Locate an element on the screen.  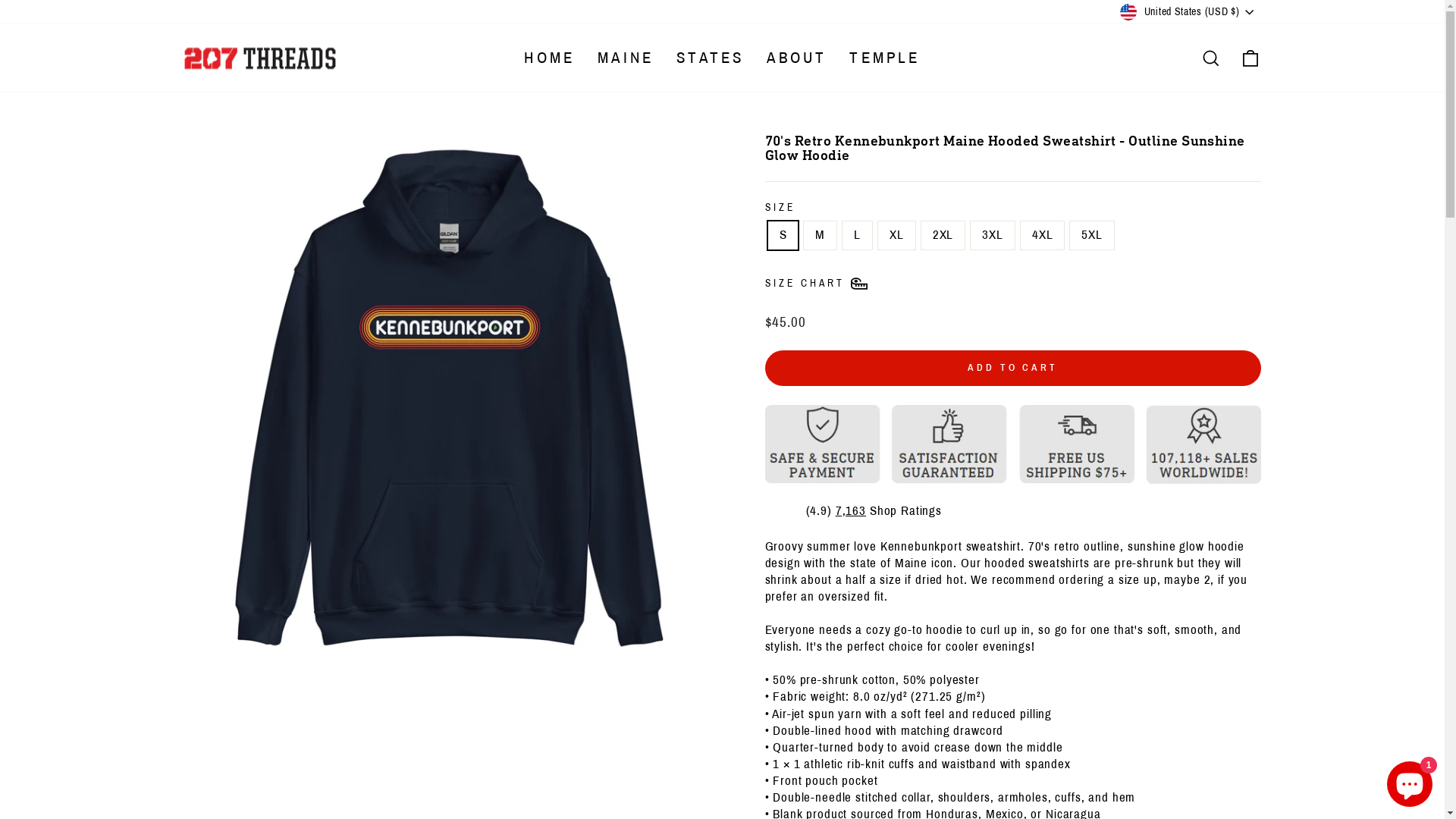
'Shopify online store chat' is located at coordinates (1408, 780).